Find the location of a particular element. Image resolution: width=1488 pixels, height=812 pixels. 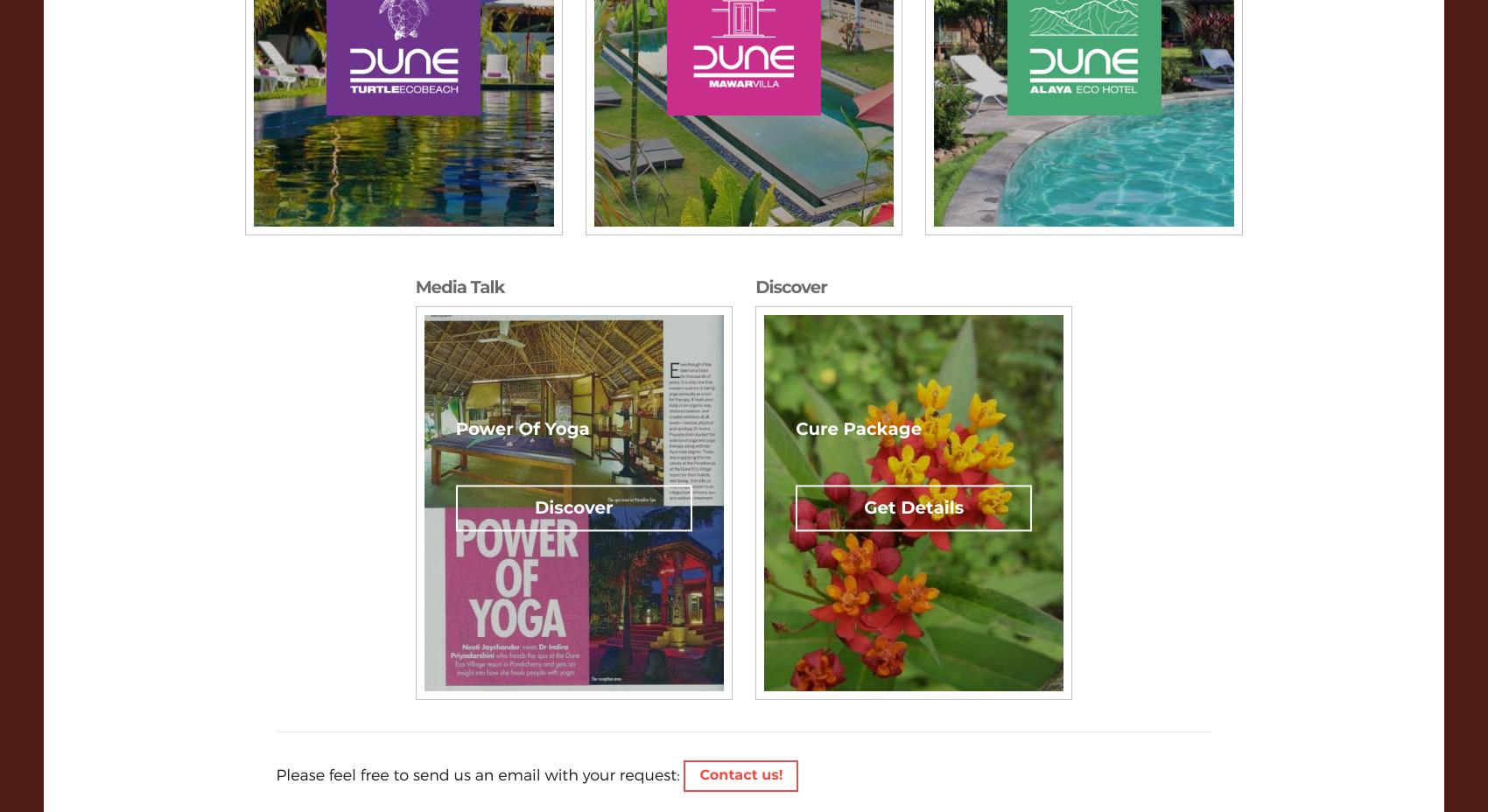

'Pool of the Hotel Dune Alaya Yoga near Pemutaran in the North west of Bali Island in Indonésia' is located at coordinates (1155, 181).